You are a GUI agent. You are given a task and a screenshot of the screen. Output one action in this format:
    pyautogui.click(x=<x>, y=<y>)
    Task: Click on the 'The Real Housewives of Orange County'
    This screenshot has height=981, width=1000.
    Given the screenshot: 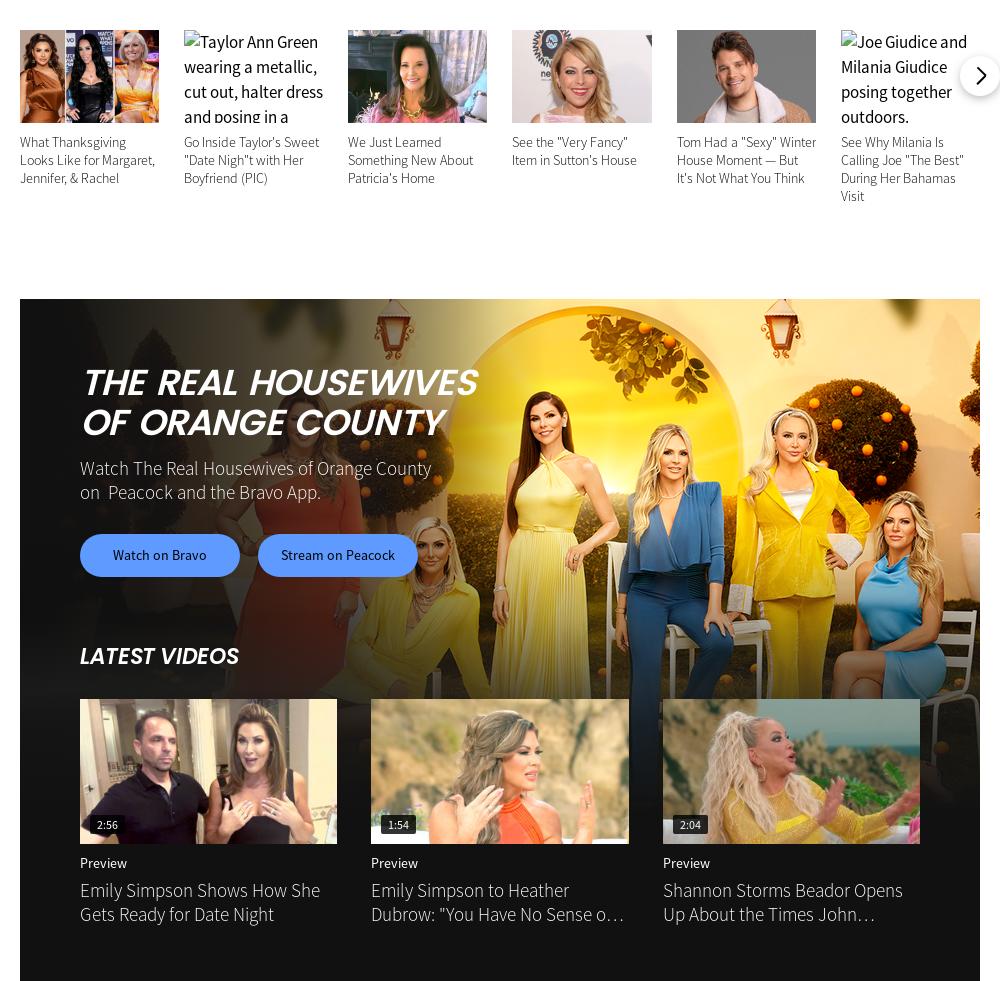 What is the action you would take?
    pyautogui.click(x=277, y=403)
    